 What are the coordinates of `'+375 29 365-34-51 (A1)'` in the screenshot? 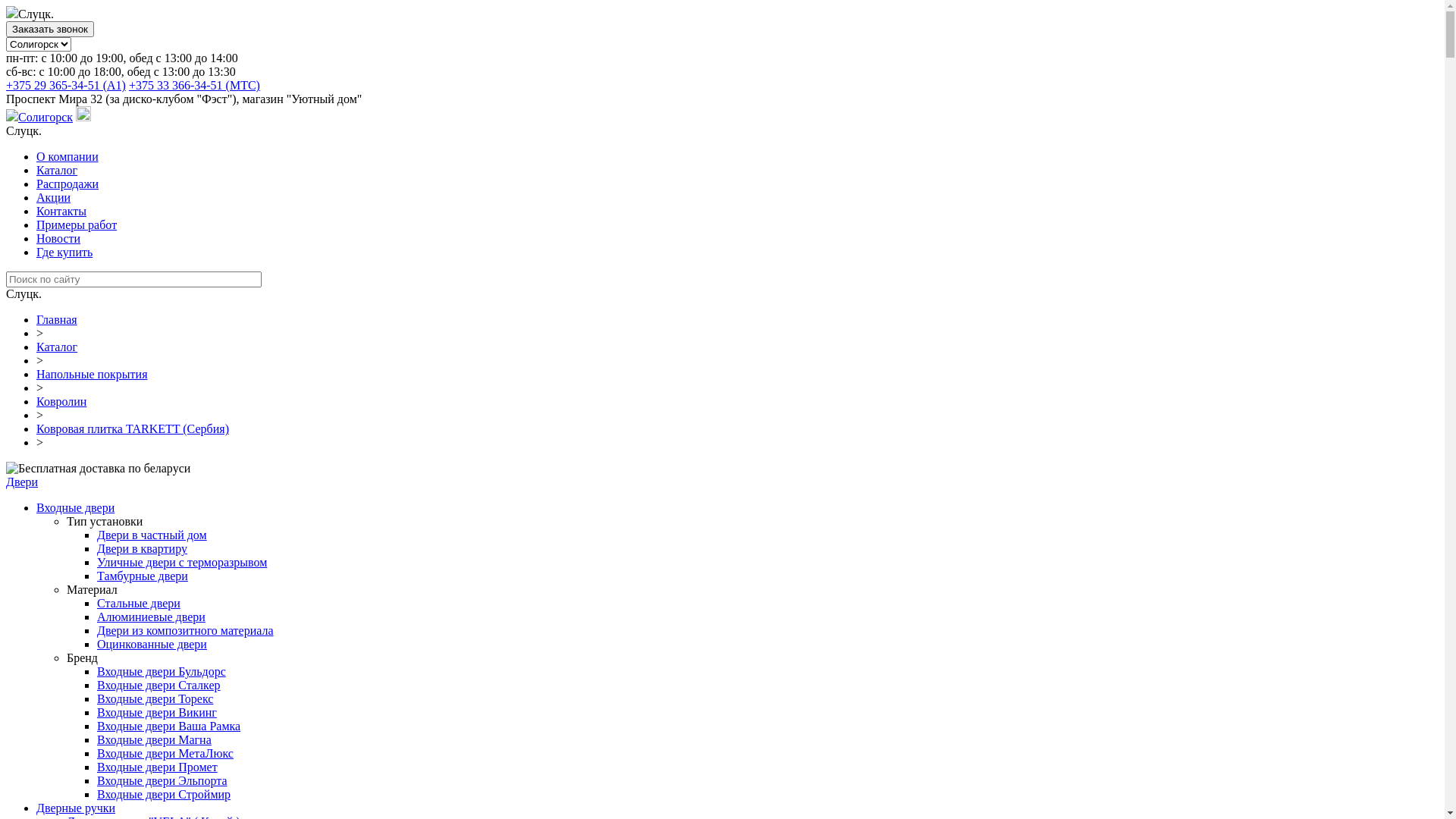 It's located at (6, 85).